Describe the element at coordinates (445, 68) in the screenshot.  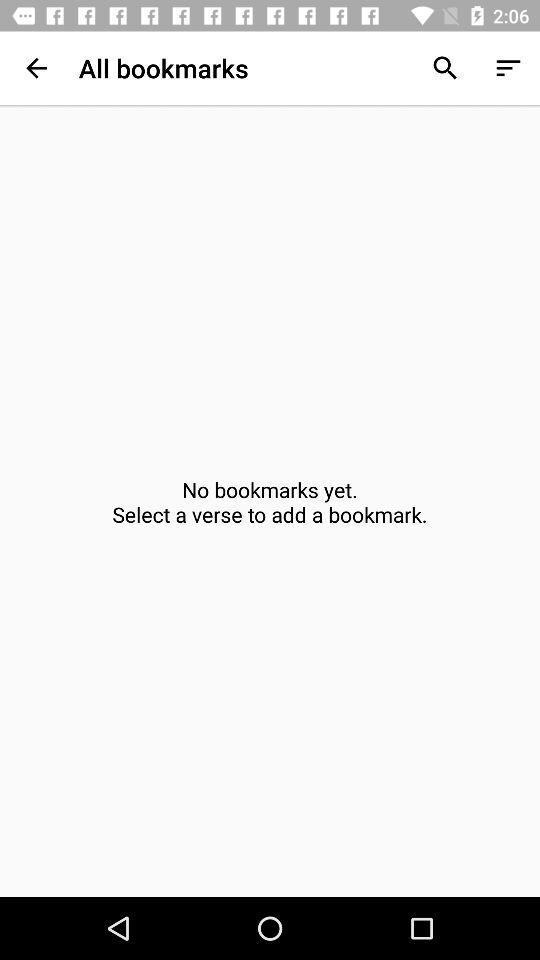
I see `item next to the all bookmarks item` at that location.